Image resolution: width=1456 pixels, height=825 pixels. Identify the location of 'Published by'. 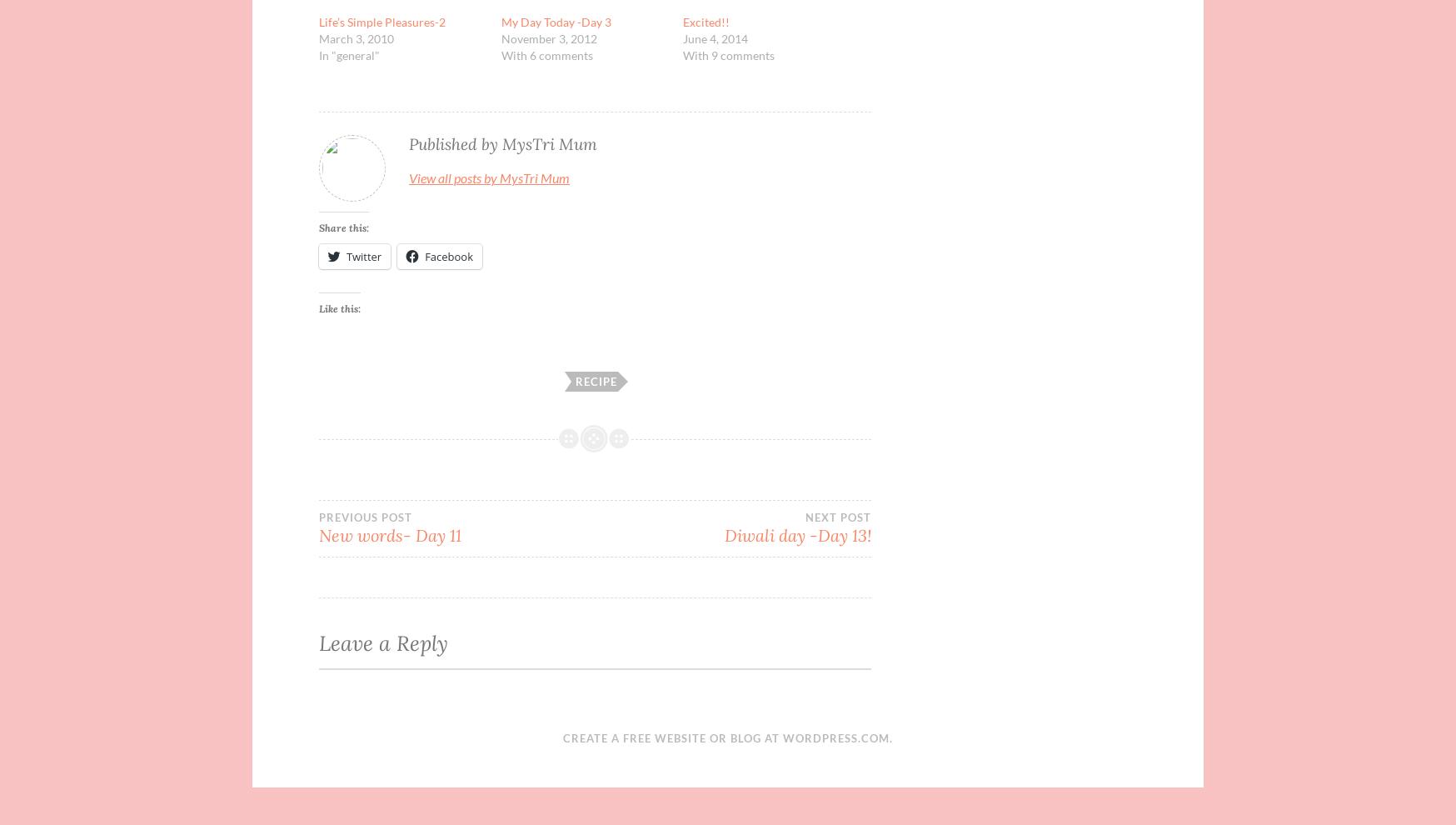
(455, 143).